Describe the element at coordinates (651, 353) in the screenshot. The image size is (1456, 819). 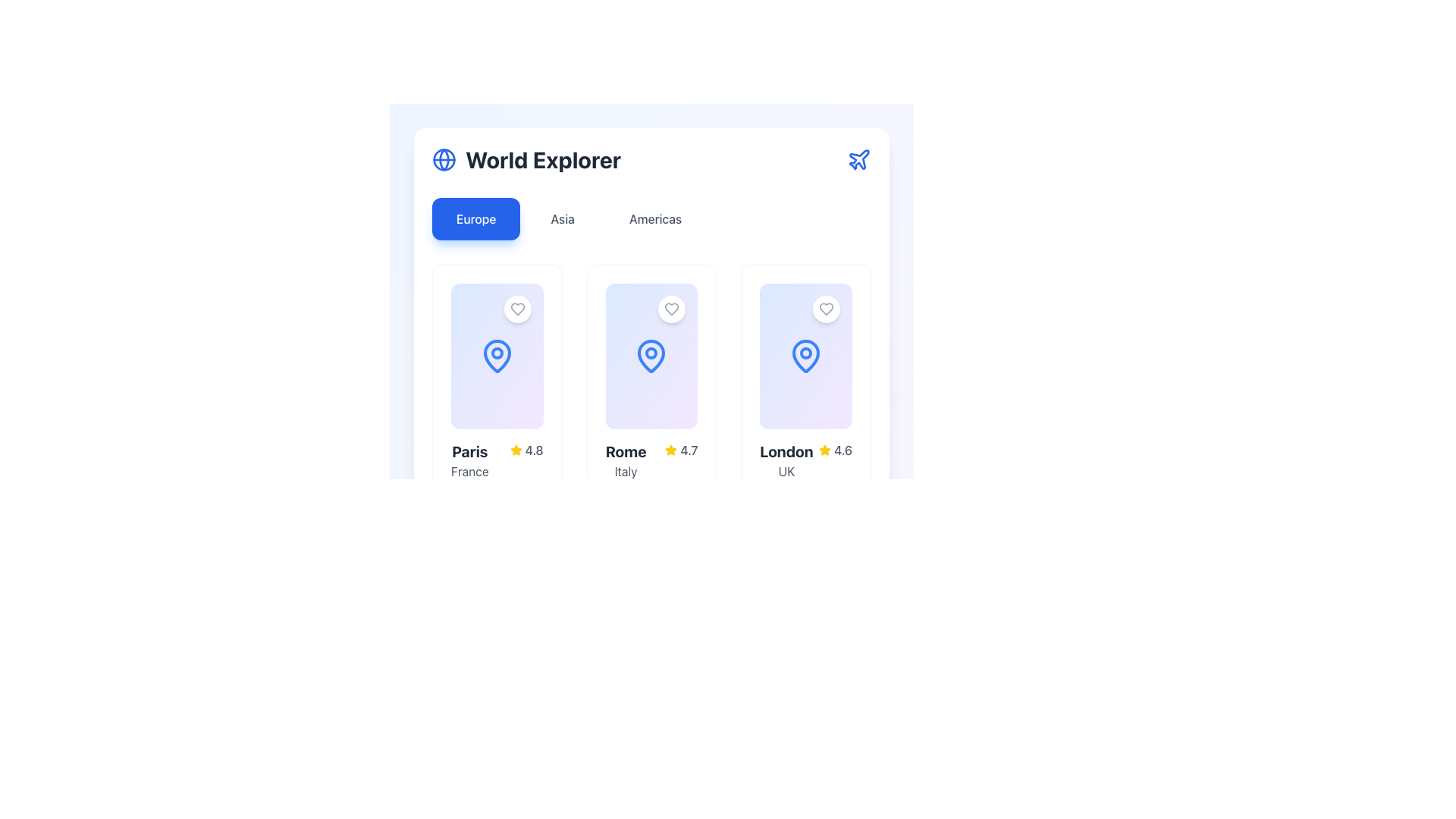
I see `the SVG Circle Element located centrally within the map pin icon for the city 'Rome'` at that location.